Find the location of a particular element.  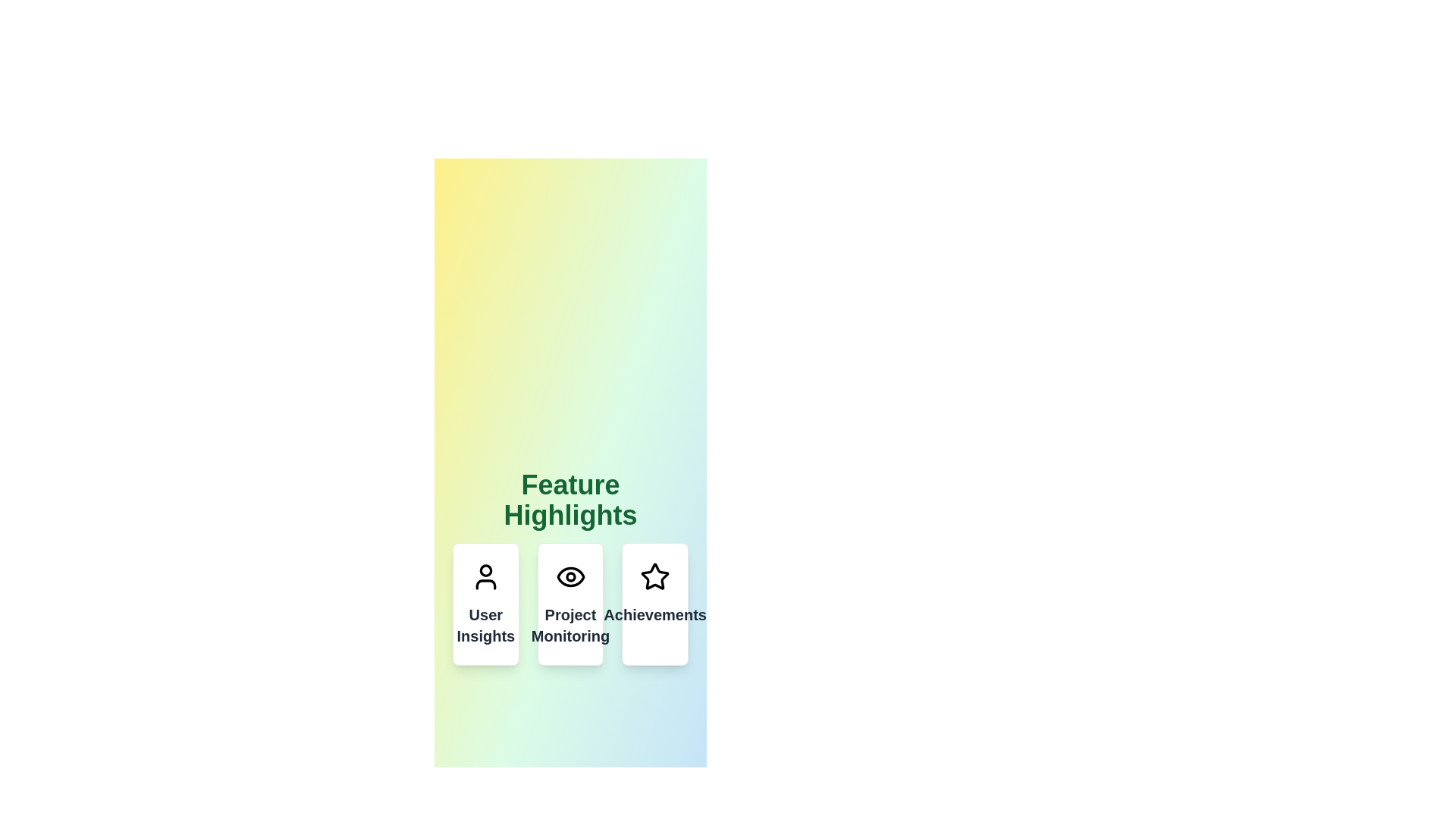

the star-shaped icon with a hollow center located at the top of the 'Achievements' card, which is part of the 'Feature Highlights' section is located at coordinates (655, 576).